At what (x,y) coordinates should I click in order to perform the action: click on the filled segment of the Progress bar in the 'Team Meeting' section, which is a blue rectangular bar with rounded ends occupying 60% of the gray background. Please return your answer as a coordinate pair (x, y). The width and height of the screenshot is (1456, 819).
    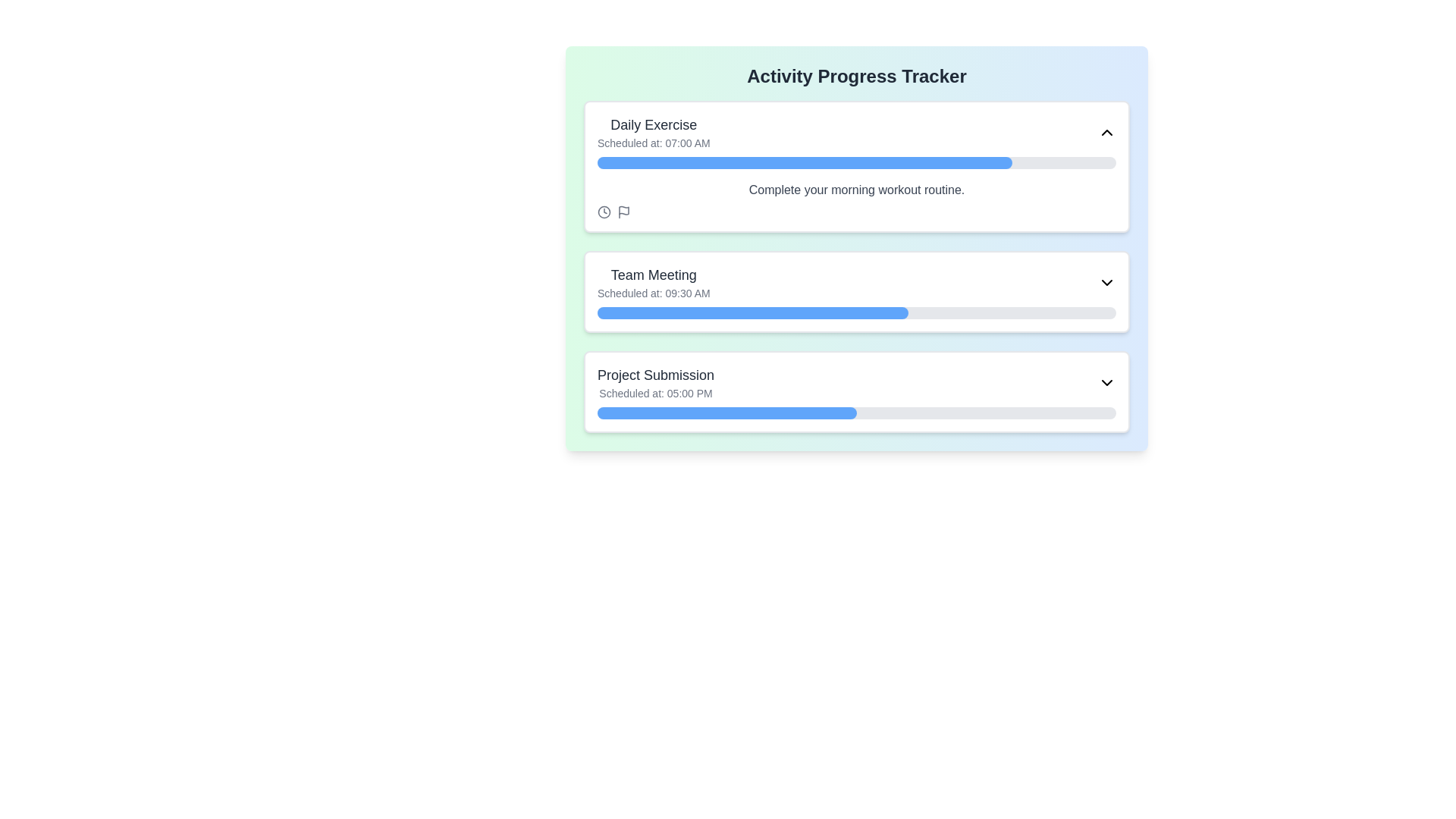
    Looking at the image, I should click on (753, 312).